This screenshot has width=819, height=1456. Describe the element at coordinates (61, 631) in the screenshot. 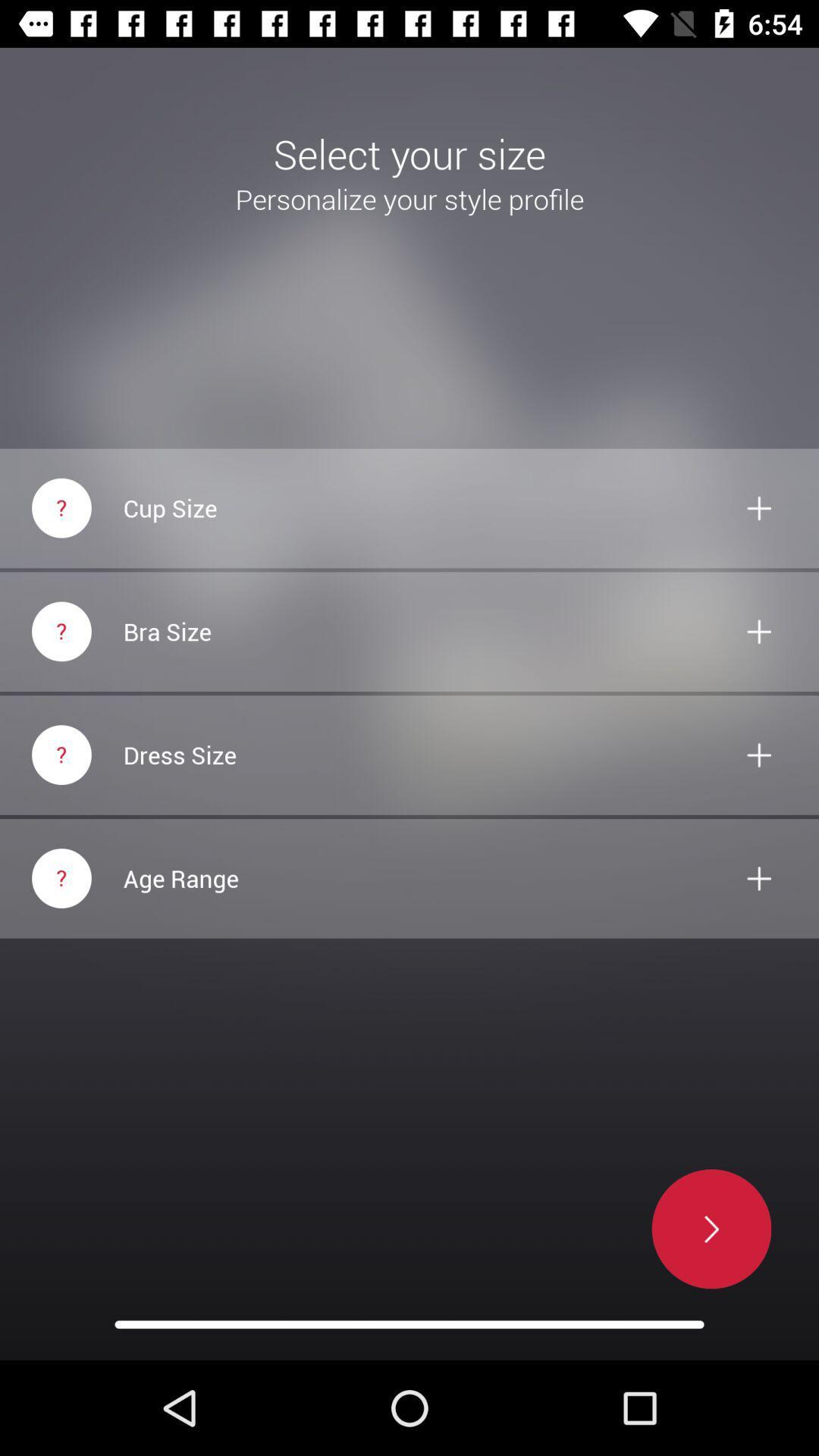

I see `the help icon` at that location.